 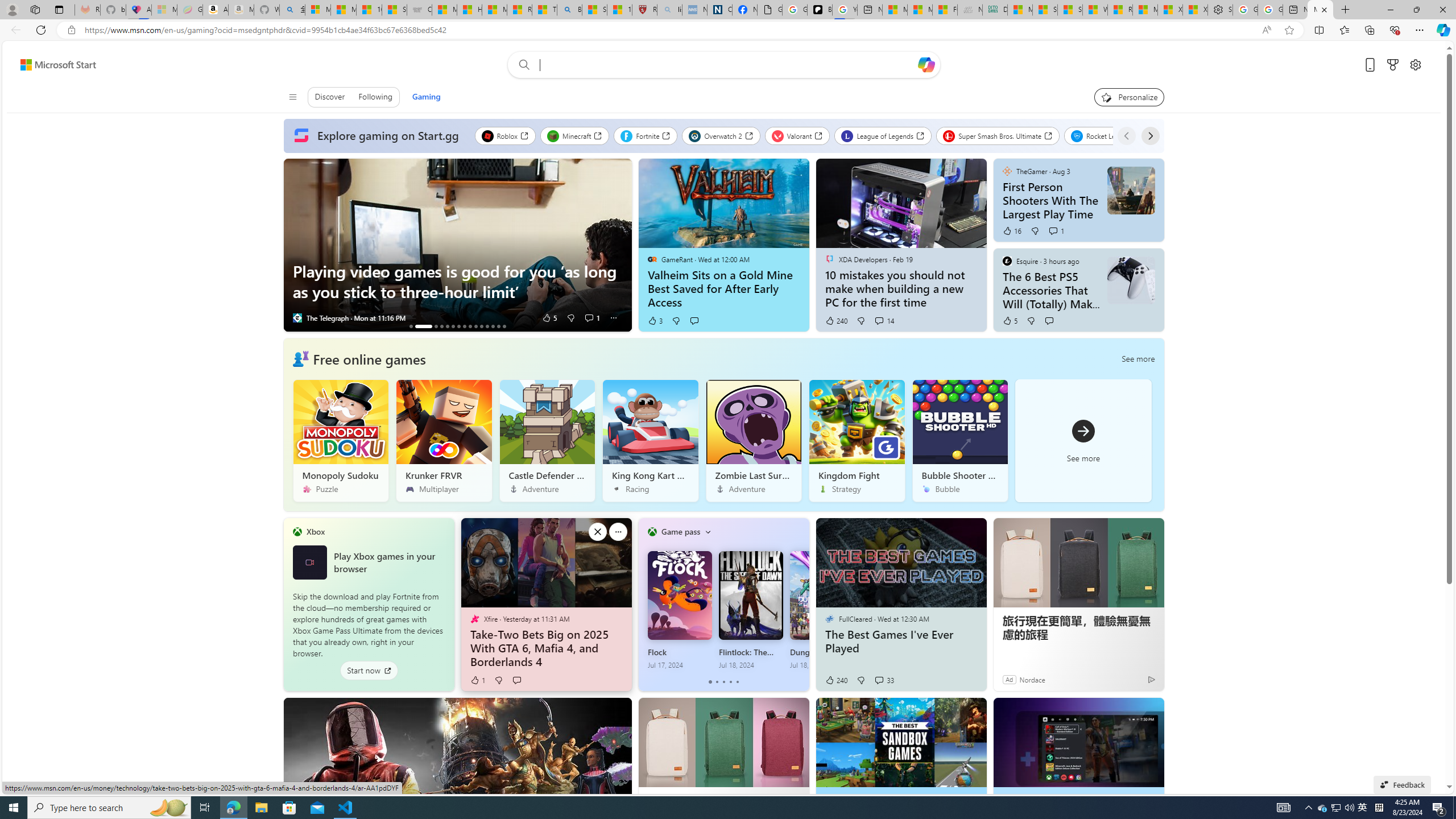 What do you see at coordinates (944, 9) in the screenshot?
I see `'FOX News - MSN'` at bounding box center [944, 9].